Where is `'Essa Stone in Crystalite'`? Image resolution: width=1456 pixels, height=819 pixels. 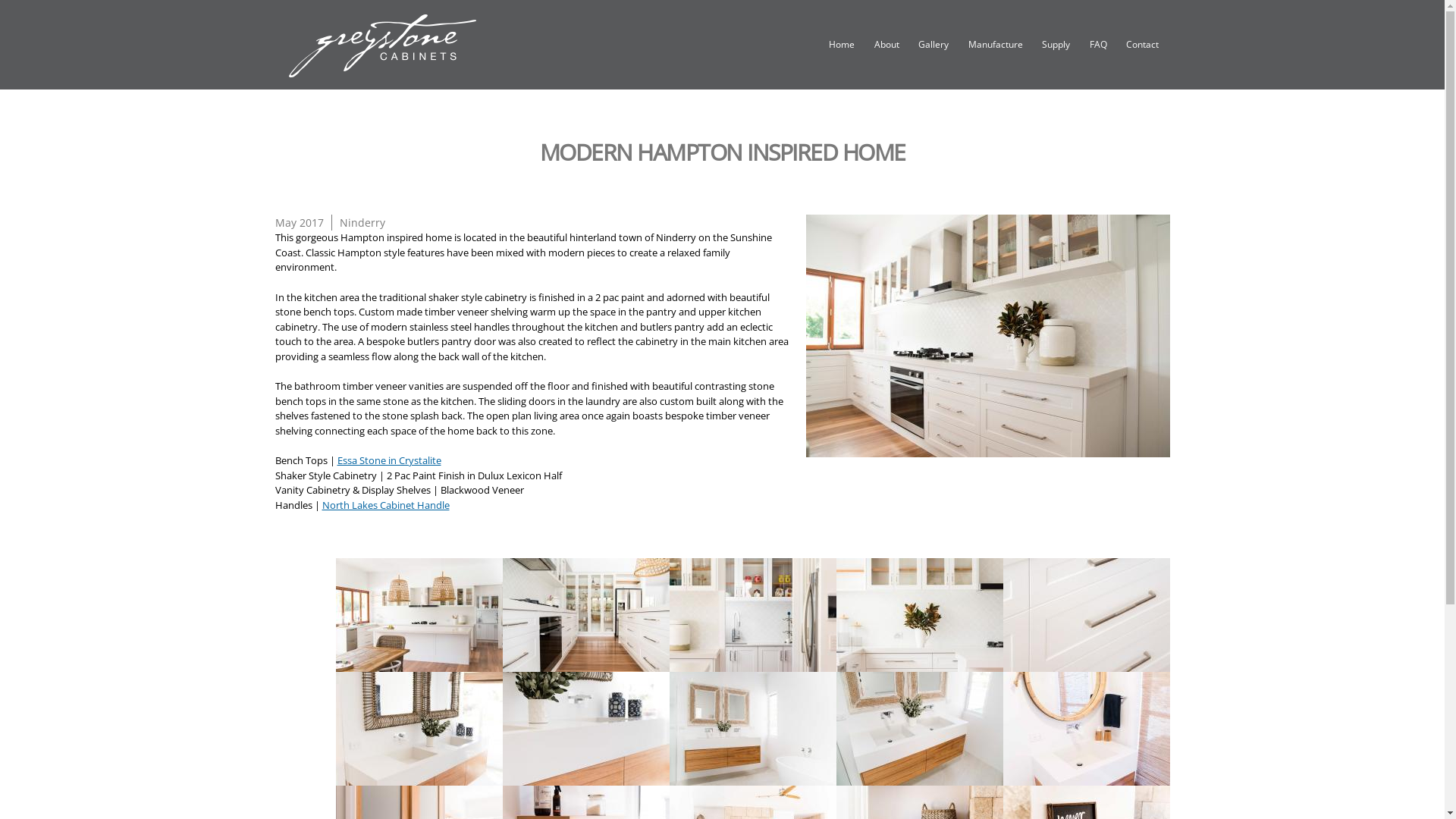 'Essa Stone in Crystalite' is located at coordinates (388, 459).